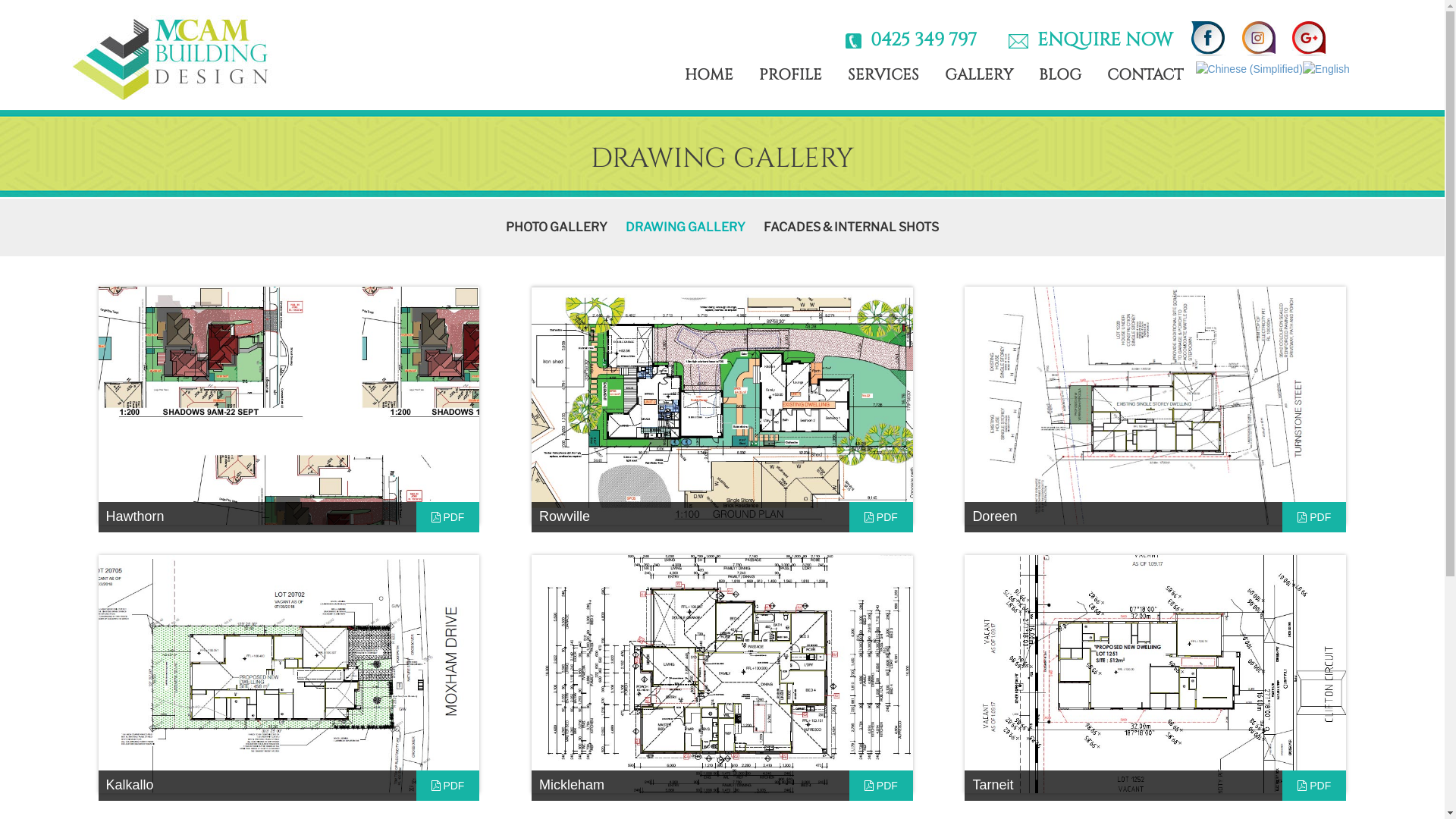 The width and height of the screenshot is (1456, 819). I want to click on 'google', so click(1308, 37).